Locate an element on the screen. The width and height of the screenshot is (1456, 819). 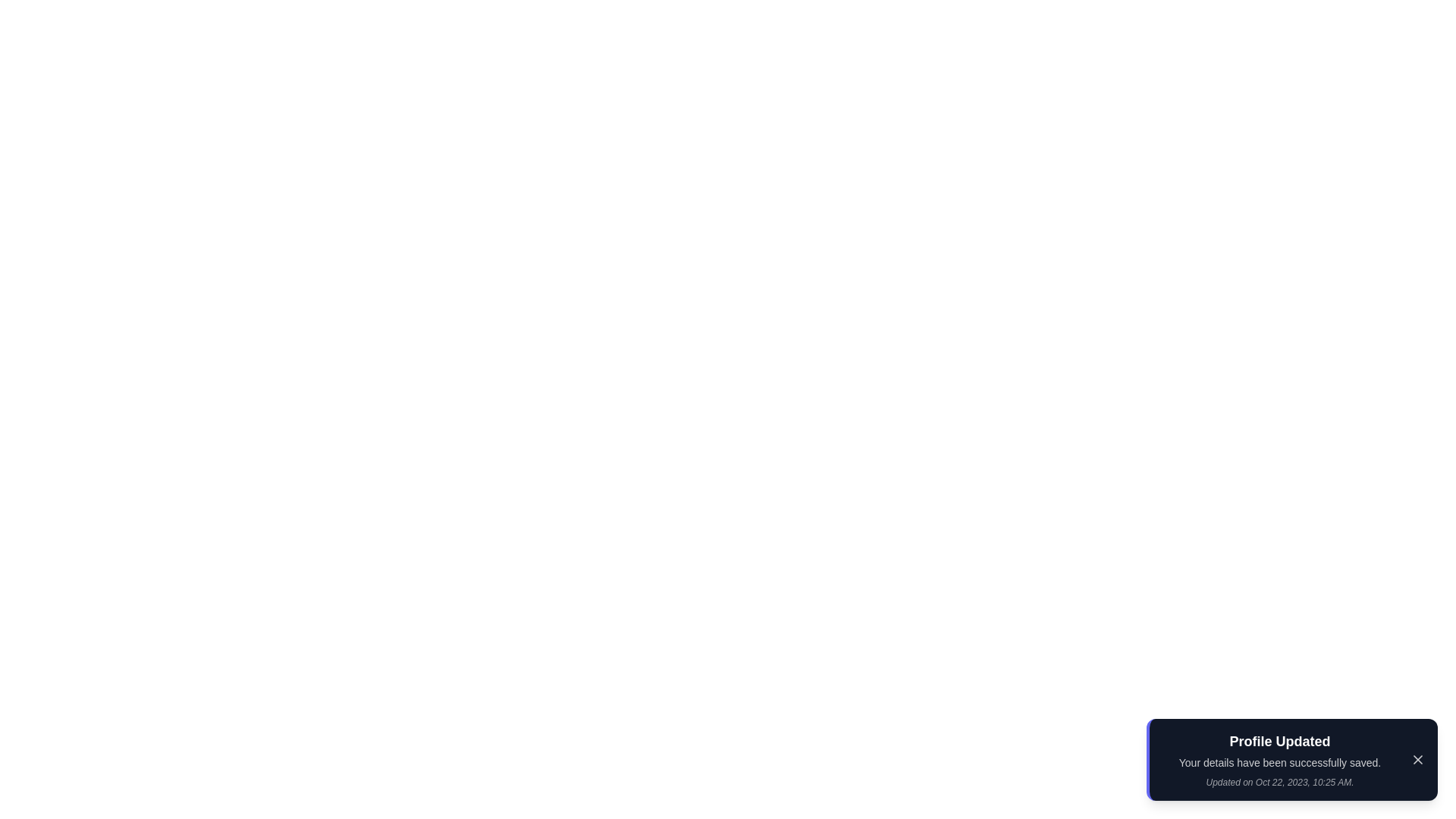
the close button to dismiss the notification is located at coordinates (1417, 760).